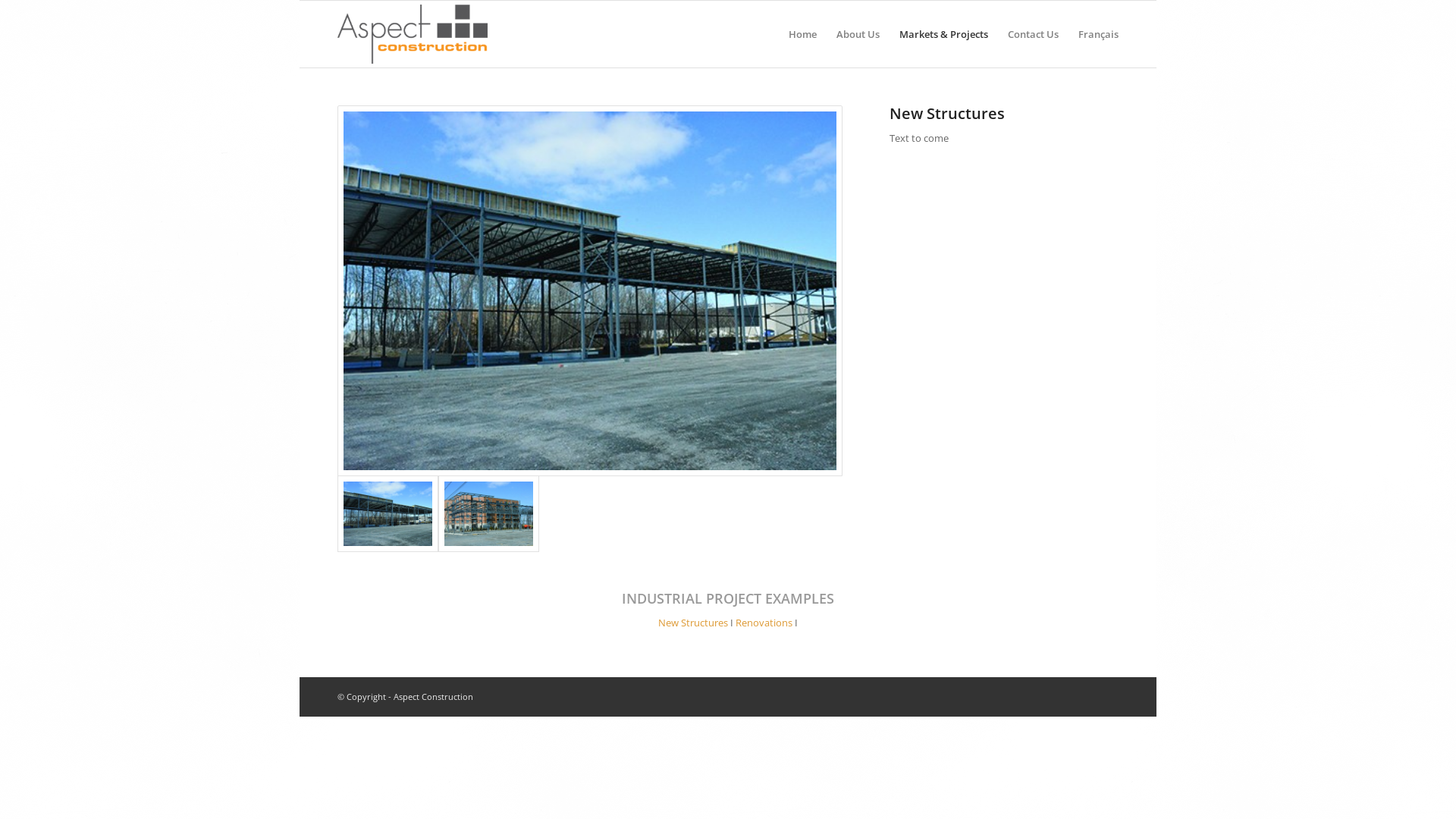  What do you see at coordinates (858, 34) in the screenshot?
I see `'About Us'` at bounding box center [858, 34].